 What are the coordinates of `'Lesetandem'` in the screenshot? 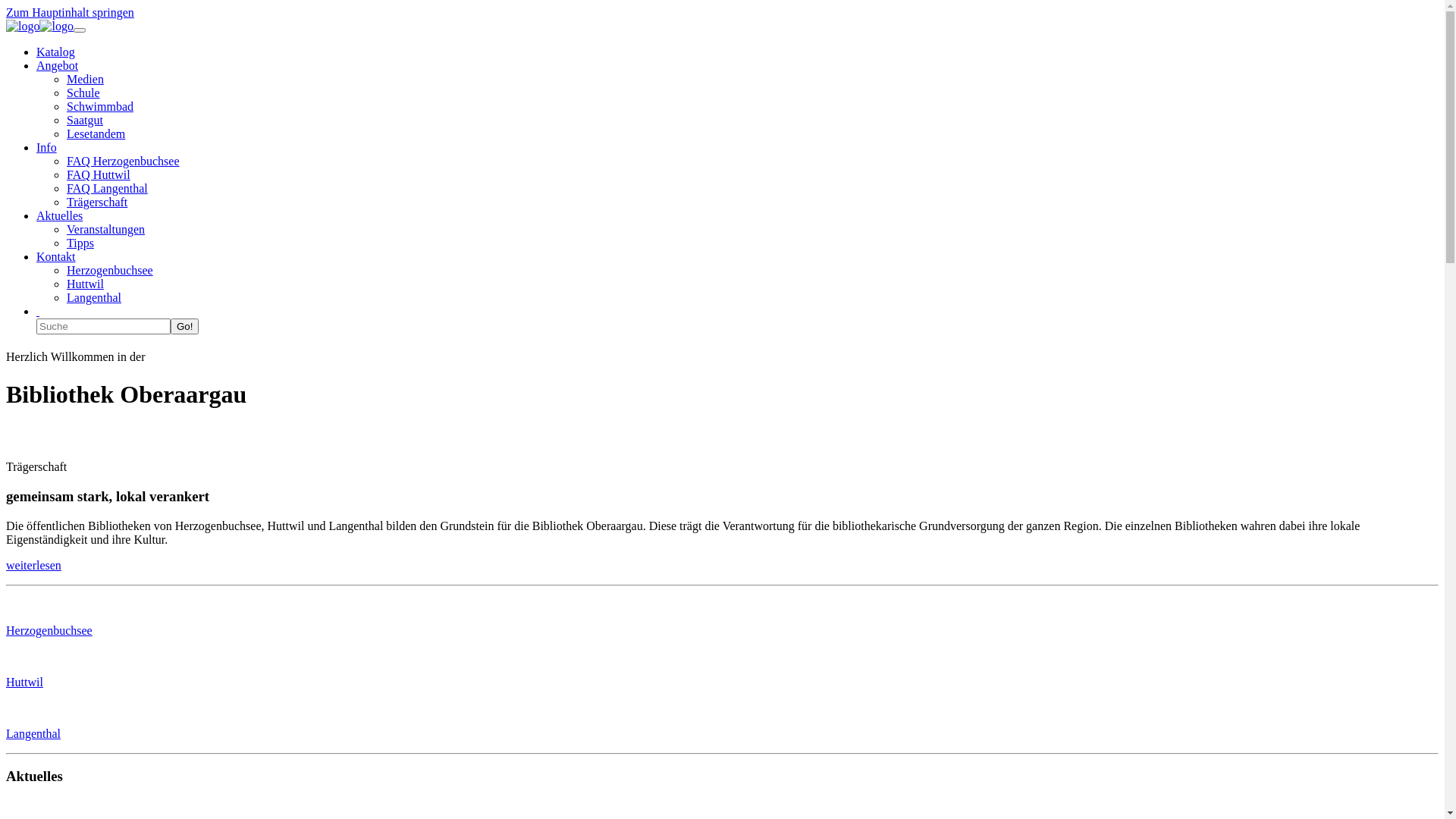 It's located at (95, 133).